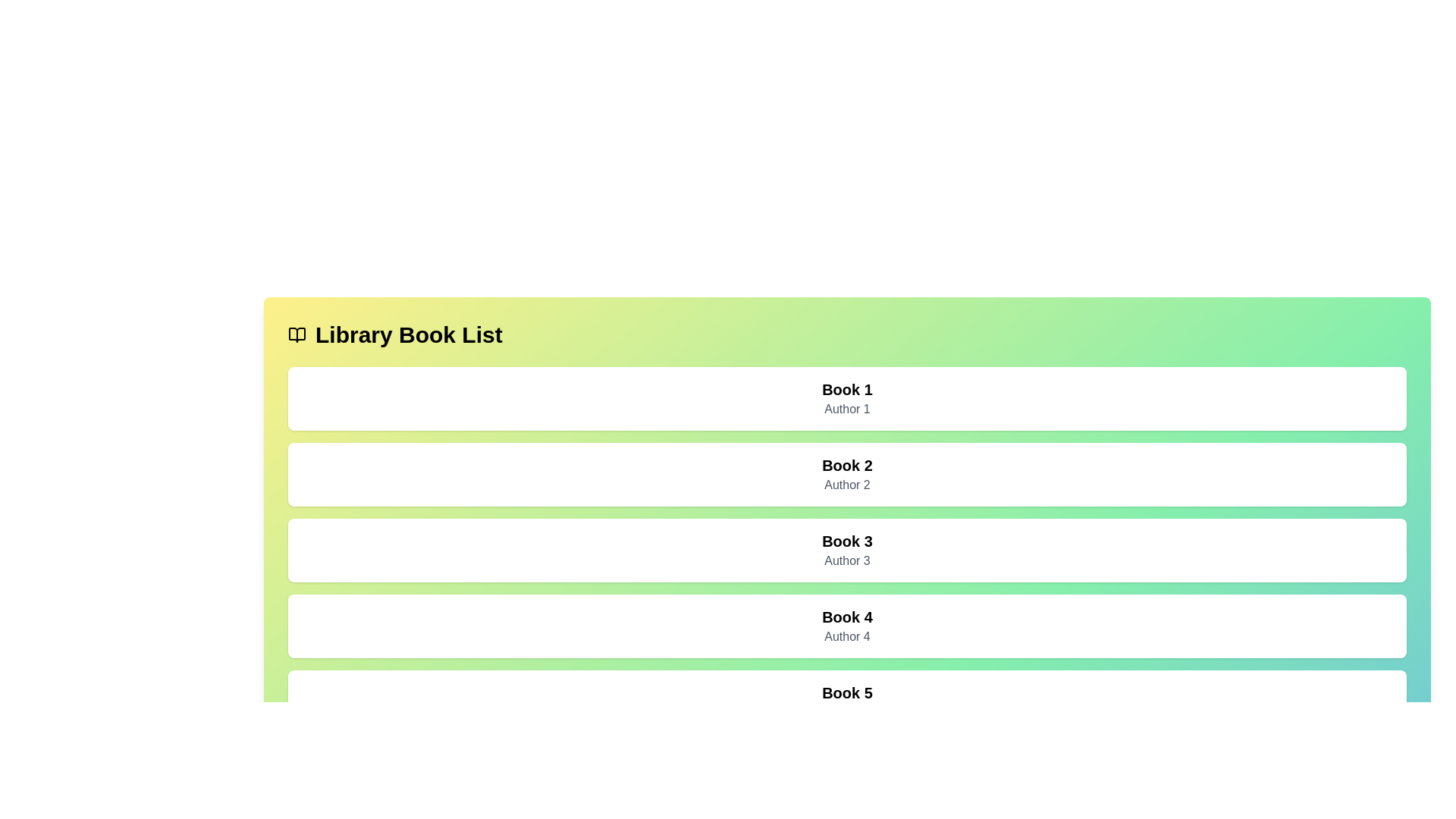 This screenshot has width=1456, height=819. What do you see at coordinates (846, 485) in the screenshot?
I see `the text label displaying 'Author 2' which is styled with gray color and positioned below the title 'Book 2' within a card-like structure` at bounding box center [846, 485].